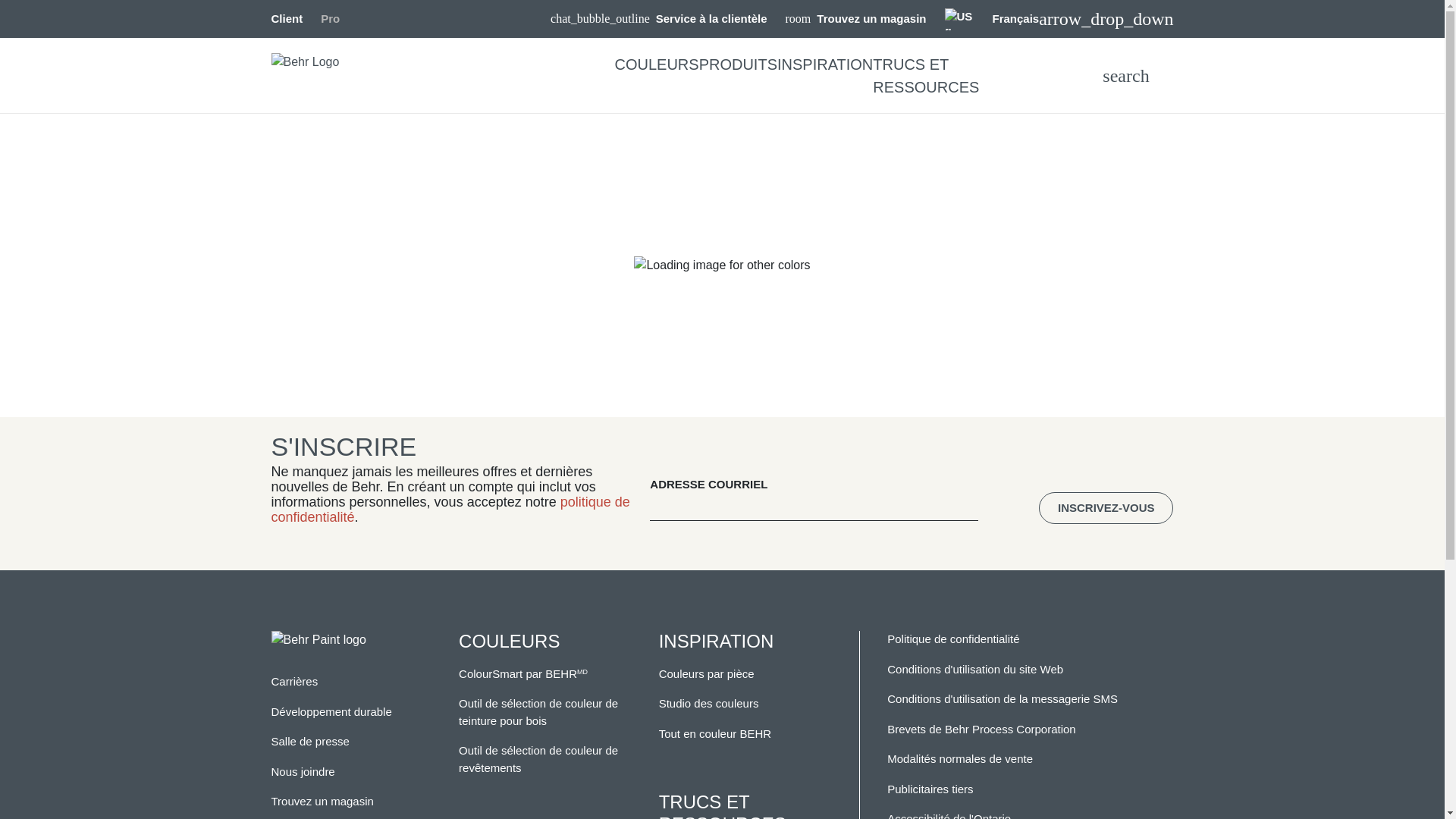 The width and height of the screenshot is (1456, 819). Describe the element at coordinates (287, 18) in the screenshot. I see `'Client'` at that location.